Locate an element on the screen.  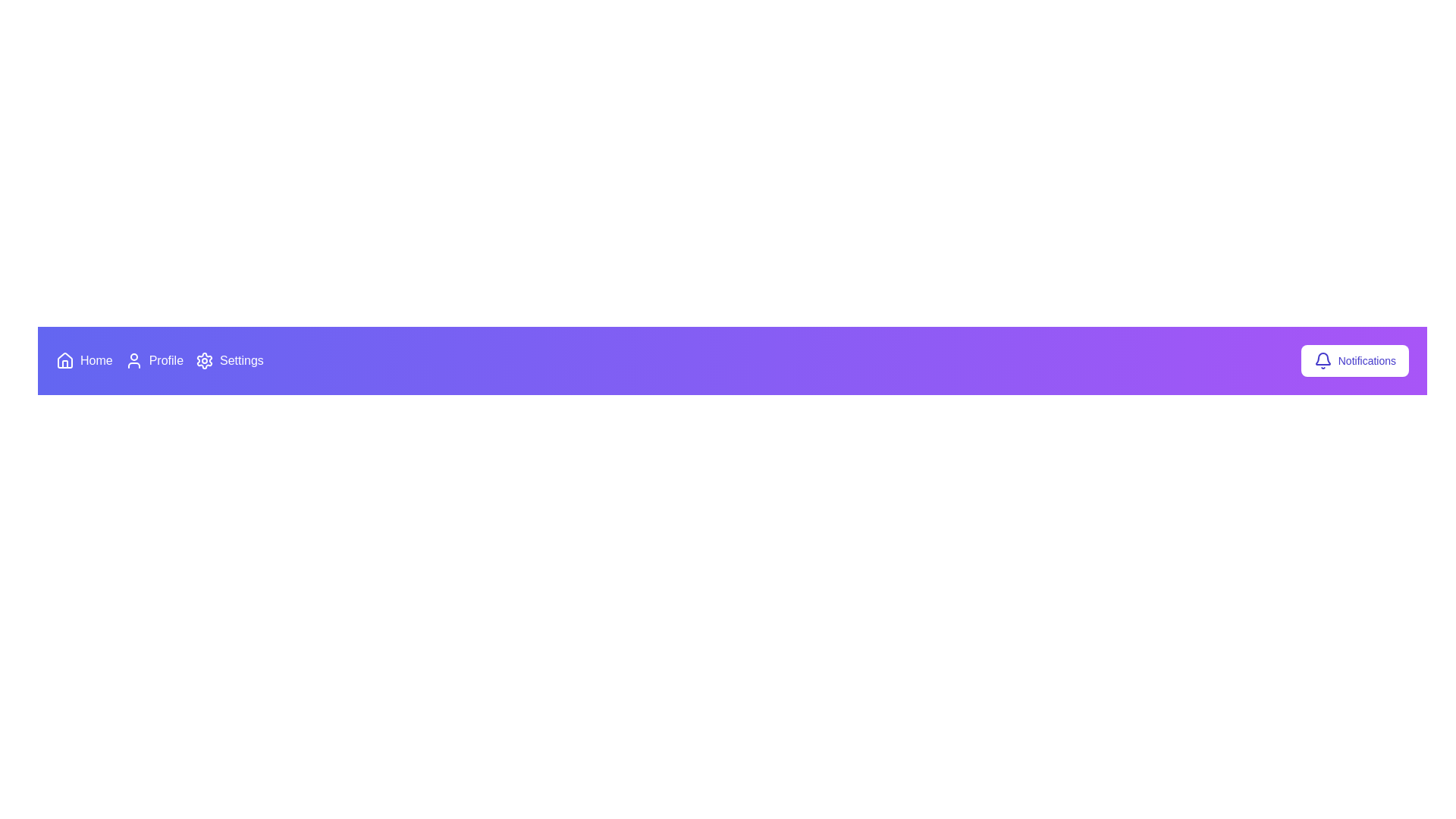
graphical icon element that is part of the house icon located in the leftmost icon of the navigation bar, positioned near the lower center inside the main house structure is located at coordinates (64, 364).